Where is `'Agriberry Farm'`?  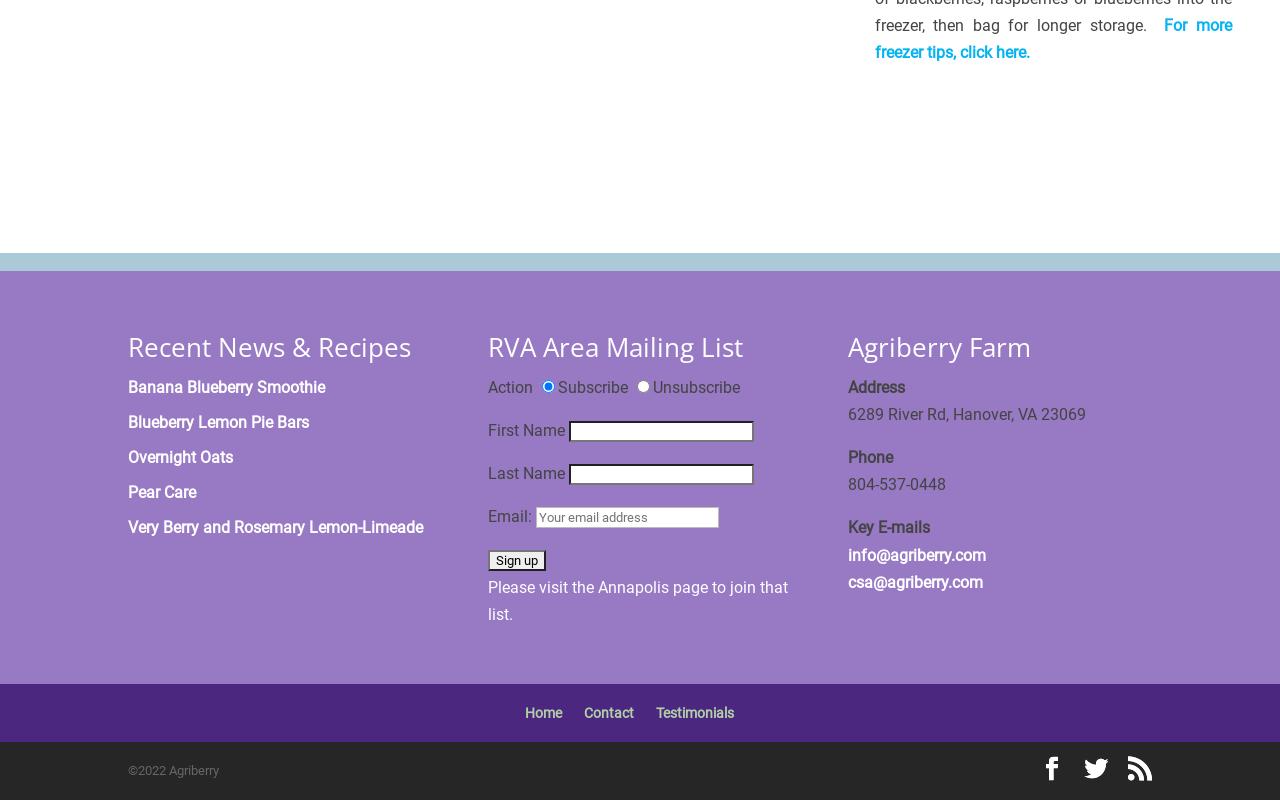 'Agriberry Farm' is located at coordinates (938, 345).